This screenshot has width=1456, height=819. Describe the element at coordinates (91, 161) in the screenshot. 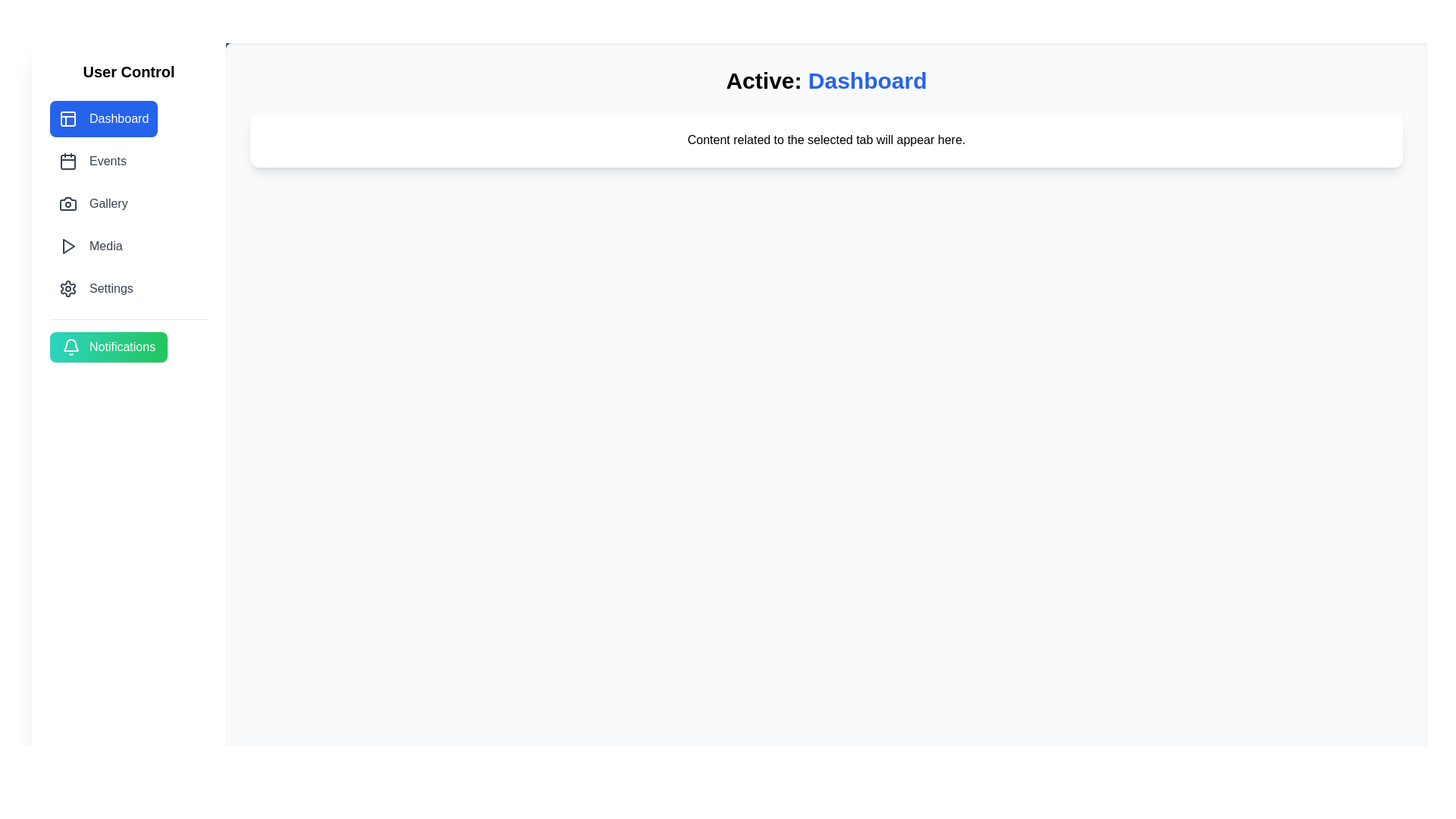

I see `the tab labeled Events to navigate to it` at that location.